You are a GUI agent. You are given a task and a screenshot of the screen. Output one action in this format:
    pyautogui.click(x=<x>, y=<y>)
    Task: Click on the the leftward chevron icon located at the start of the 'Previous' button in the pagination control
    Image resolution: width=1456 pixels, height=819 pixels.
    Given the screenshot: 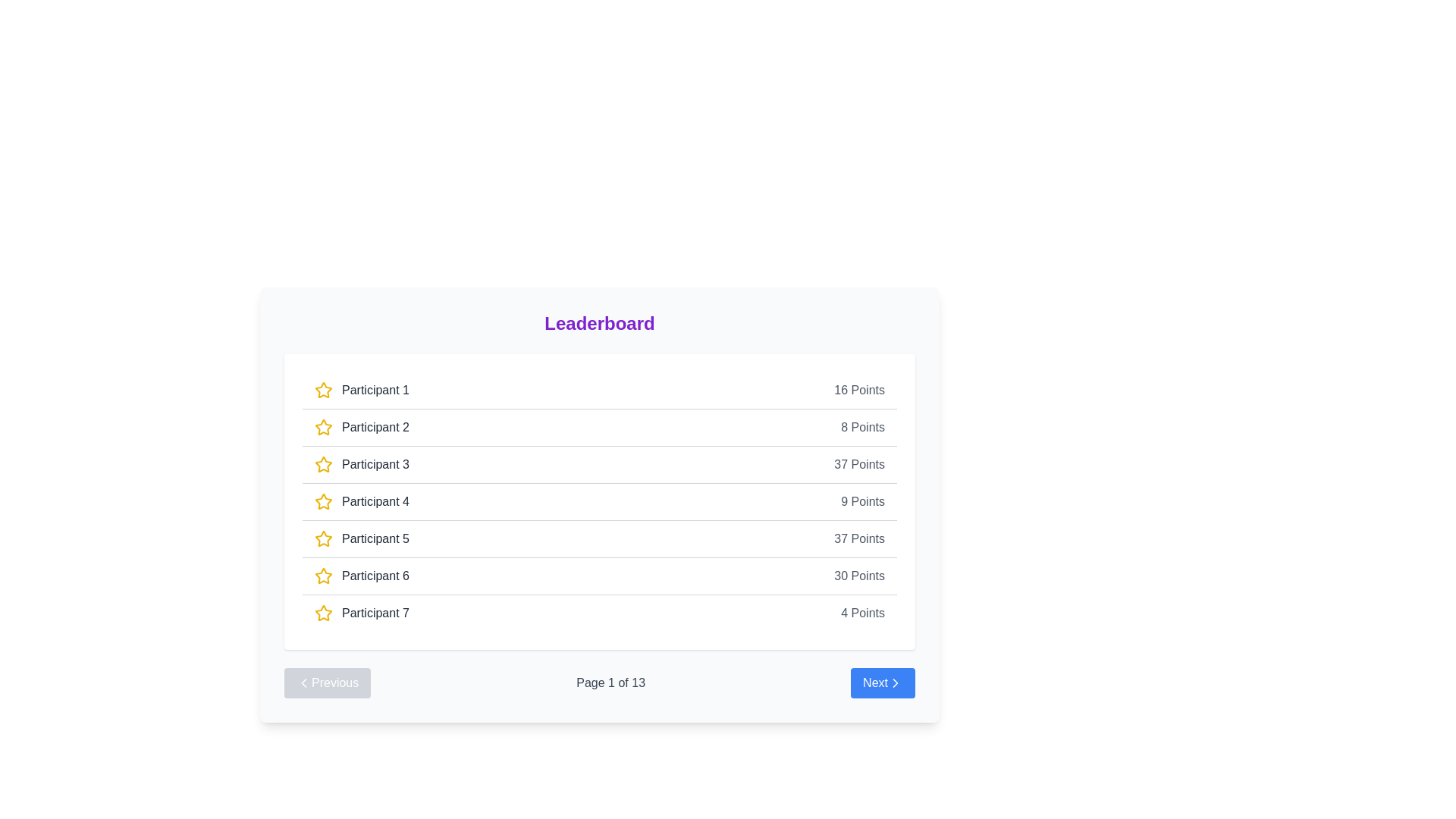 What is the action you would take?
    pyautogui.click(x=303, y=683)
    